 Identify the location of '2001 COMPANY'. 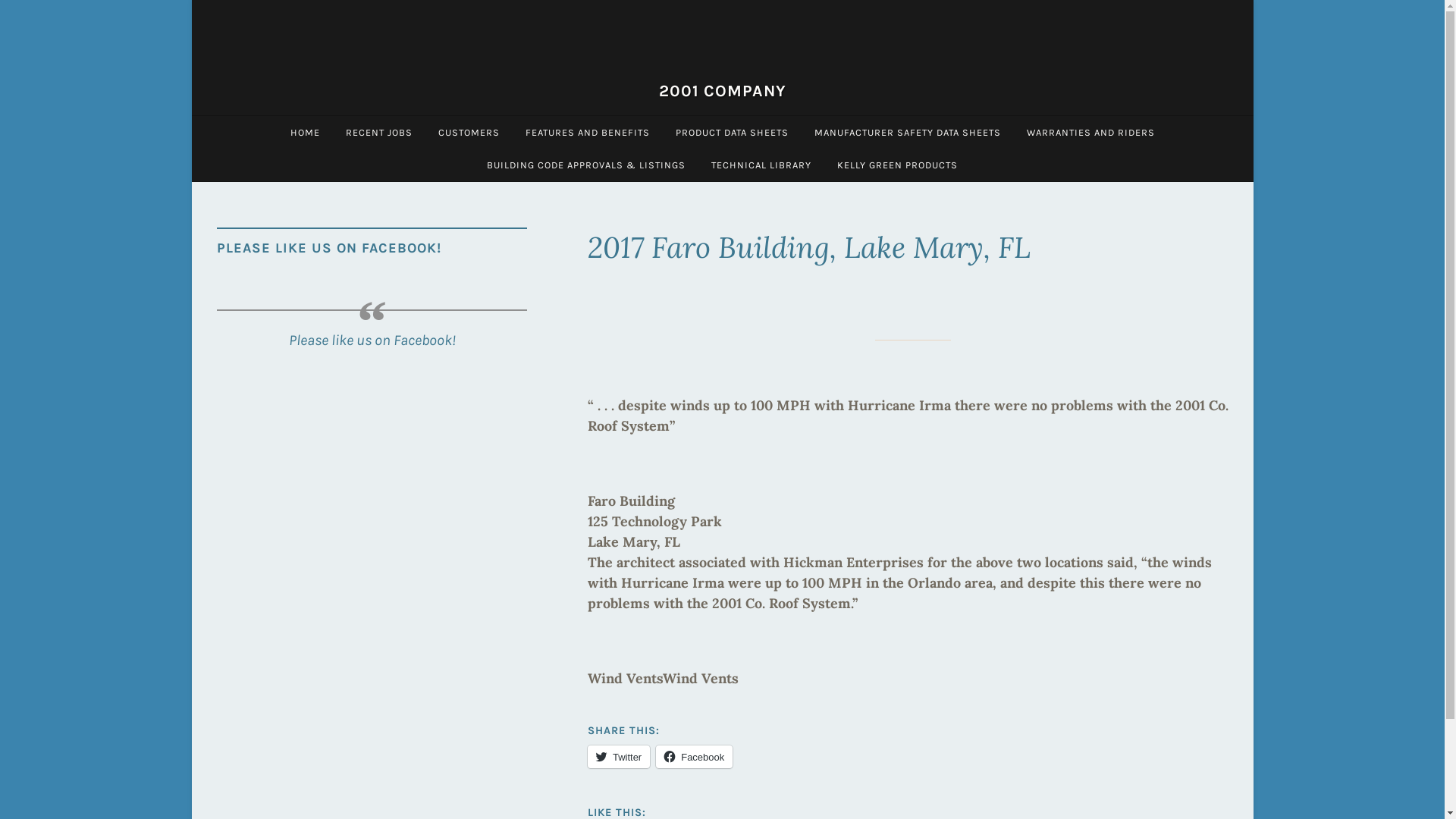
(720, 90).